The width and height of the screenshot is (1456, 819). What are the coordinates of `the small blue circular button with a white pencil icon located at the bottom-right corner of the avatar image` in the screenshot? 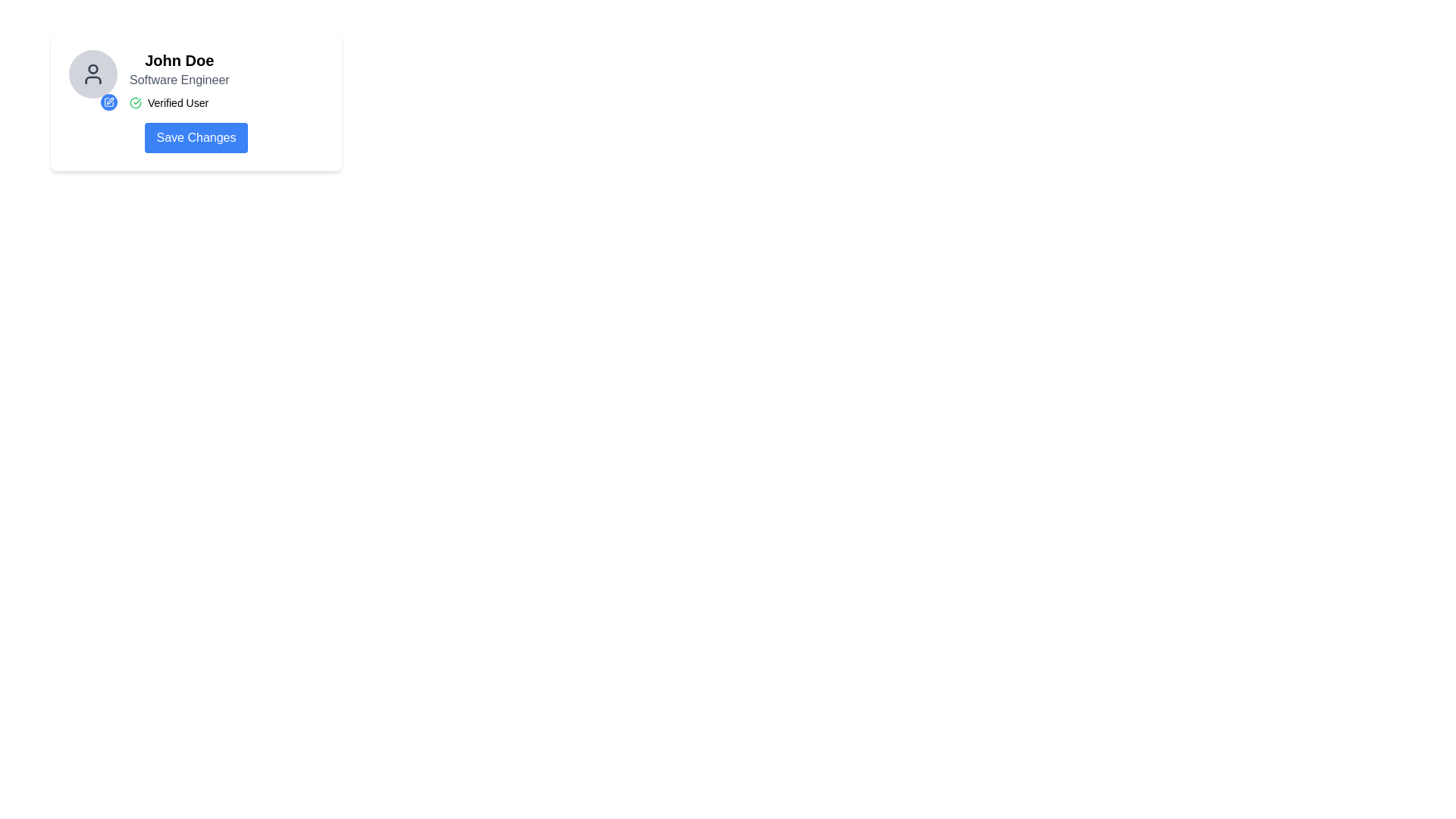 It's located at (108, 102).